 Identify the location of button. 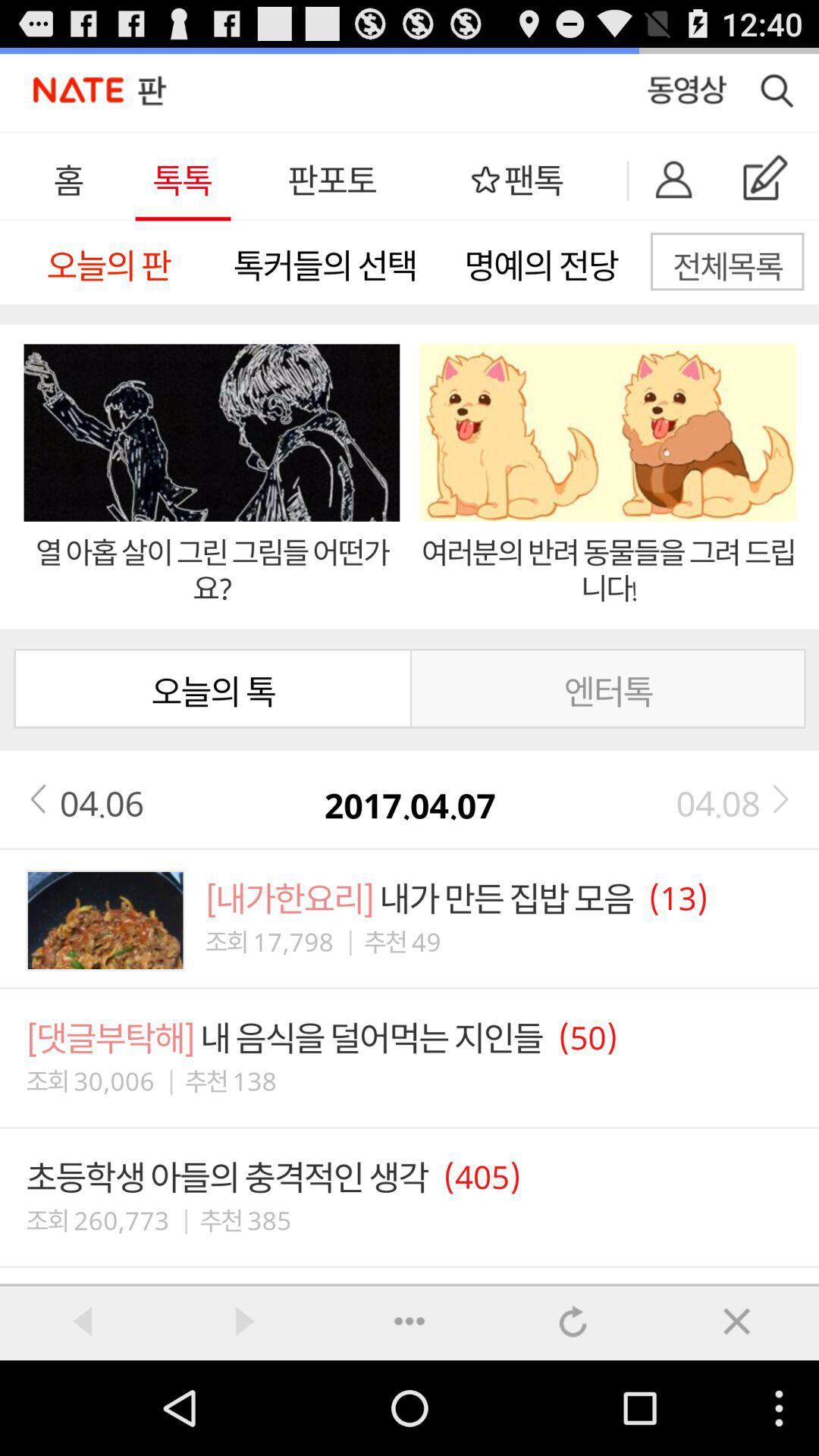
(736, 1320).